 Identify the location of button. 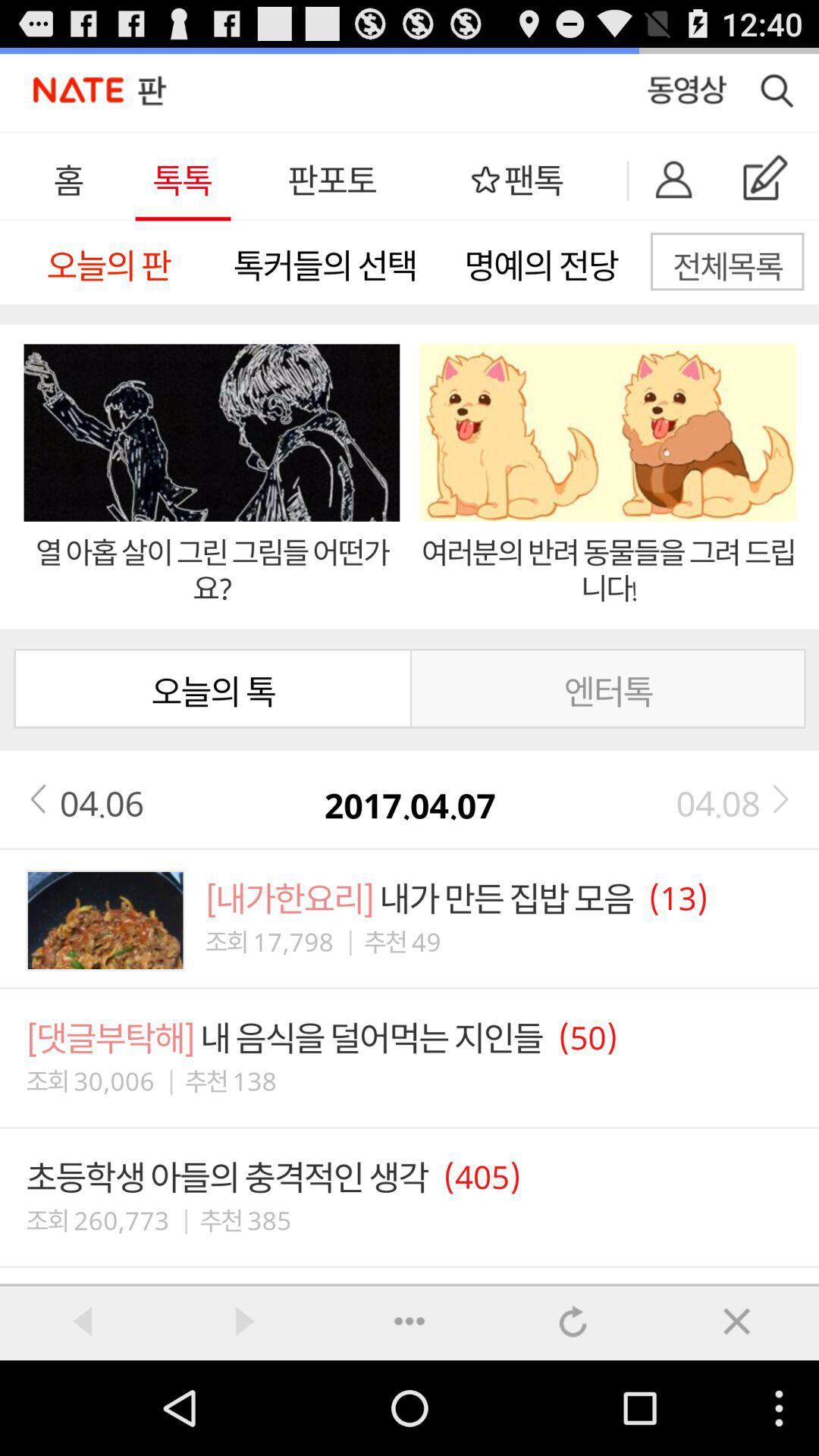
(736, 1320).